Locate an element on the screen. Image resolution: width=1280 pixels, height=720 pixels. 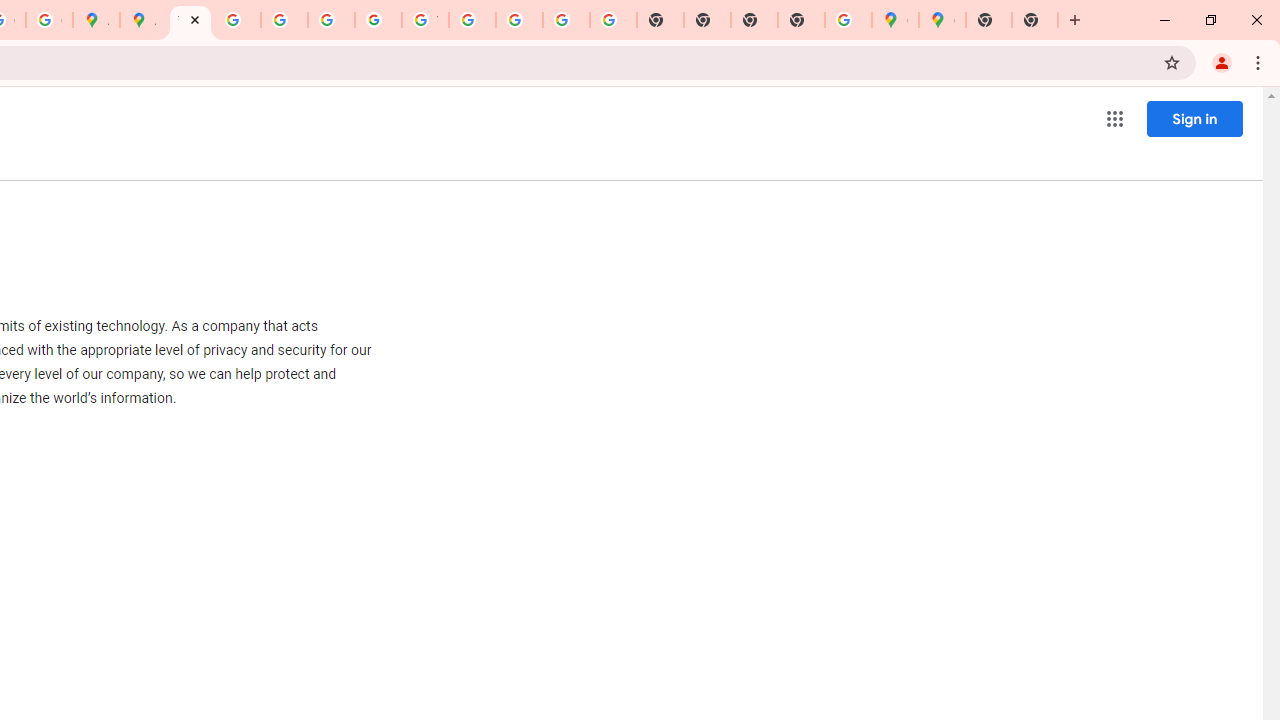
'New Tab' is located at coordinates (989, 20).